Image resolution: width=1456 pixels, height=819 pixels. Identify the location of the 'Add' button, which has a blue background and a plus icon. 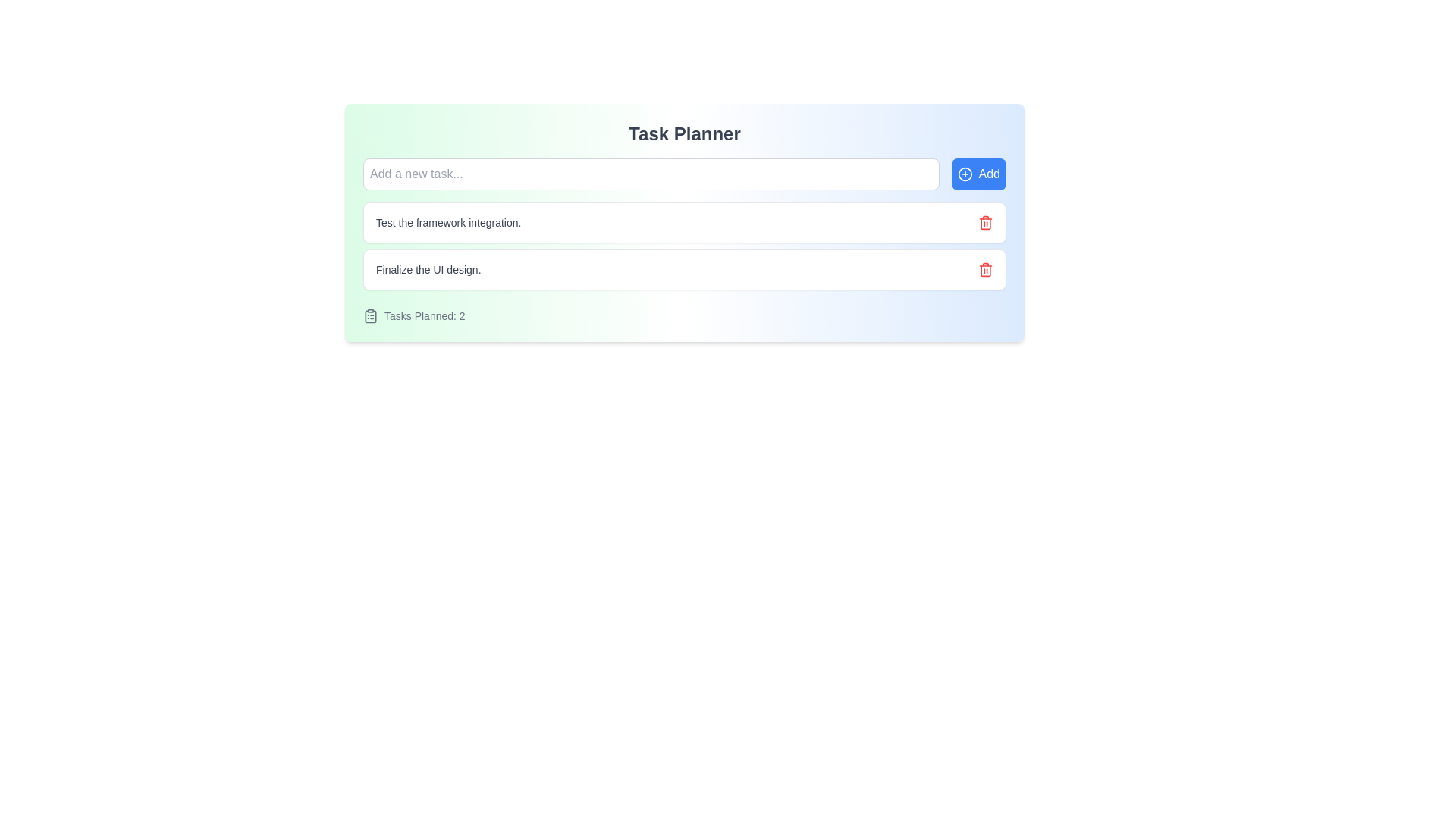
(978, 174).